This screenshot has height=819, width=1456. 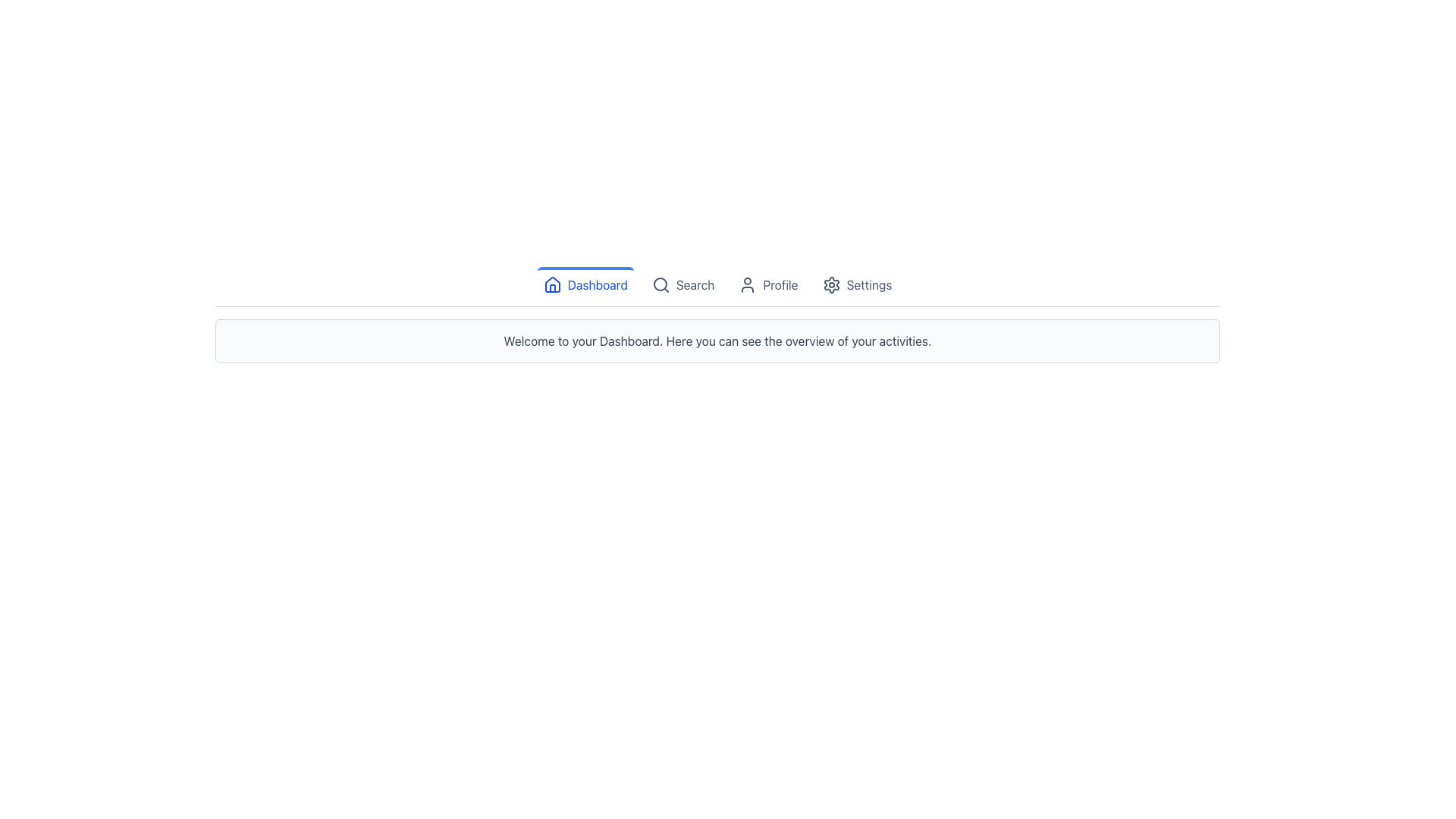 I want to click on the magnifying glass icon in the navigation menu, so click(x=661, y=284).